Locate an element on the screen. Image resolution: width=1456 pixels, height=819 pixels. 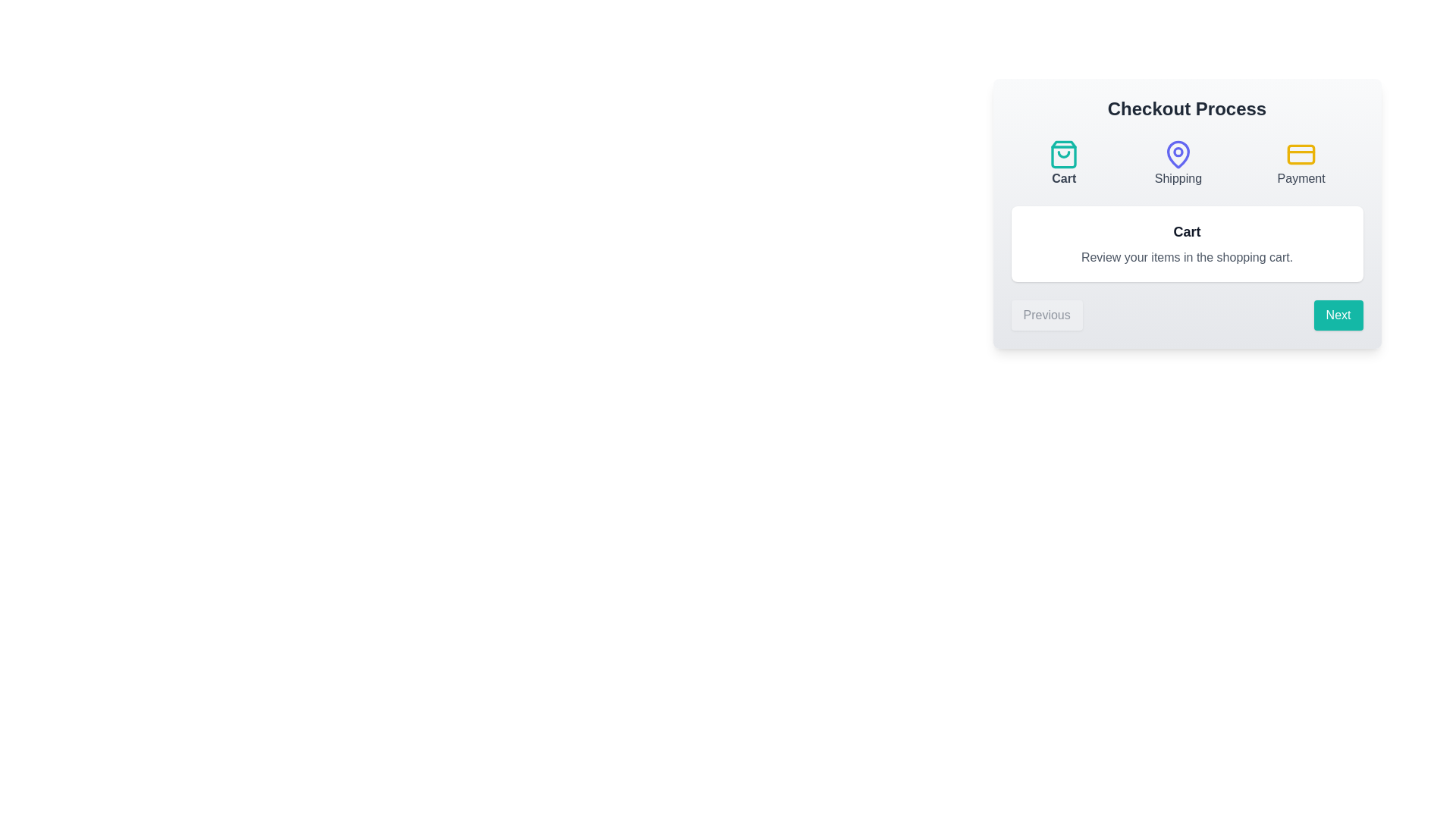
the step Cart by clicking on its corresponding button is located at coordinates (1063, 164).